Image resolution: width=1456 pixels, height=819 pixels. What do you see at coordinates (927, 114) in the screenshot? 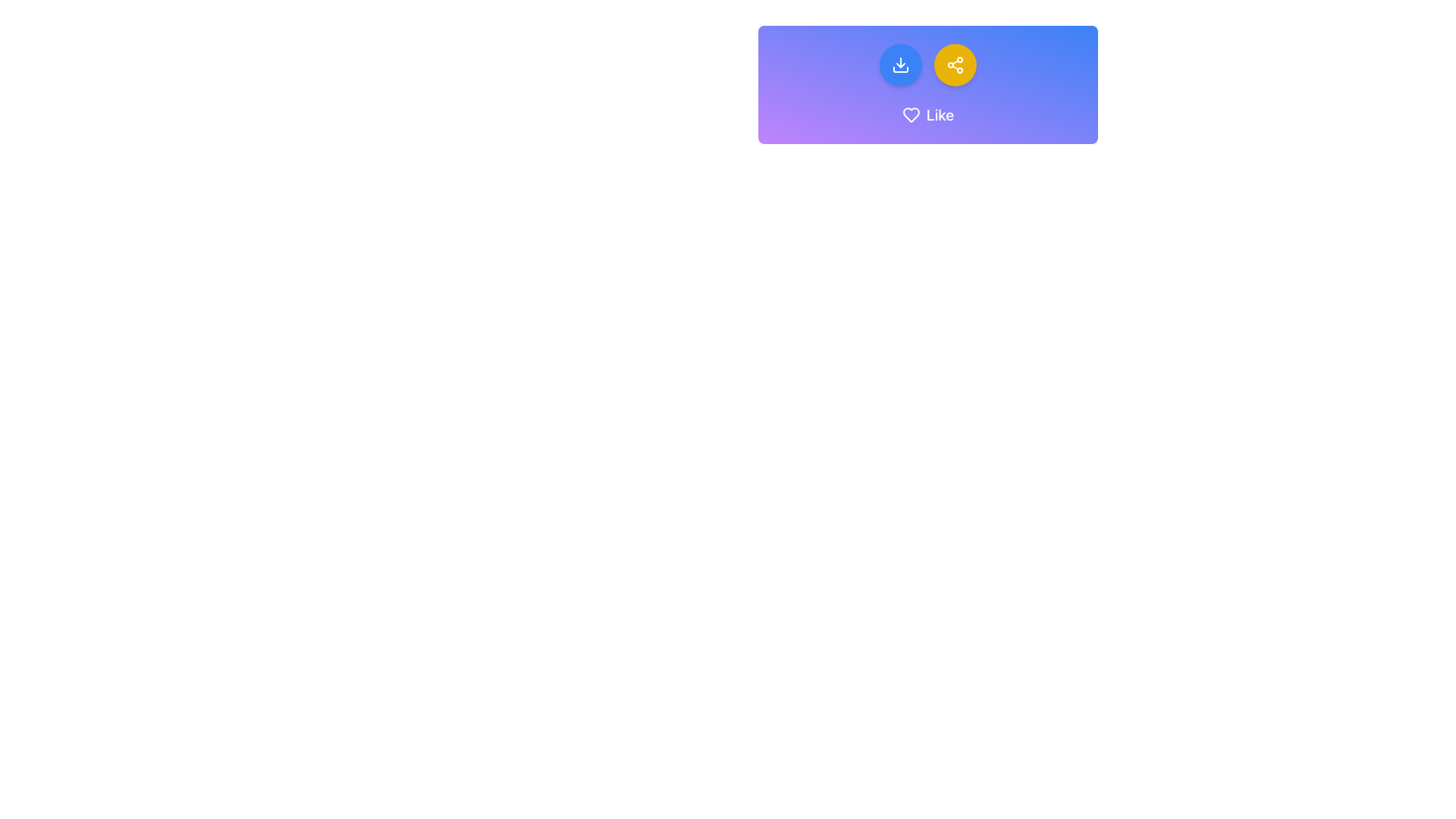
I see `the decorative label with an icon and text that indicates user appreciation, located beneath two circular buttons` at bounding box center [927, 114].